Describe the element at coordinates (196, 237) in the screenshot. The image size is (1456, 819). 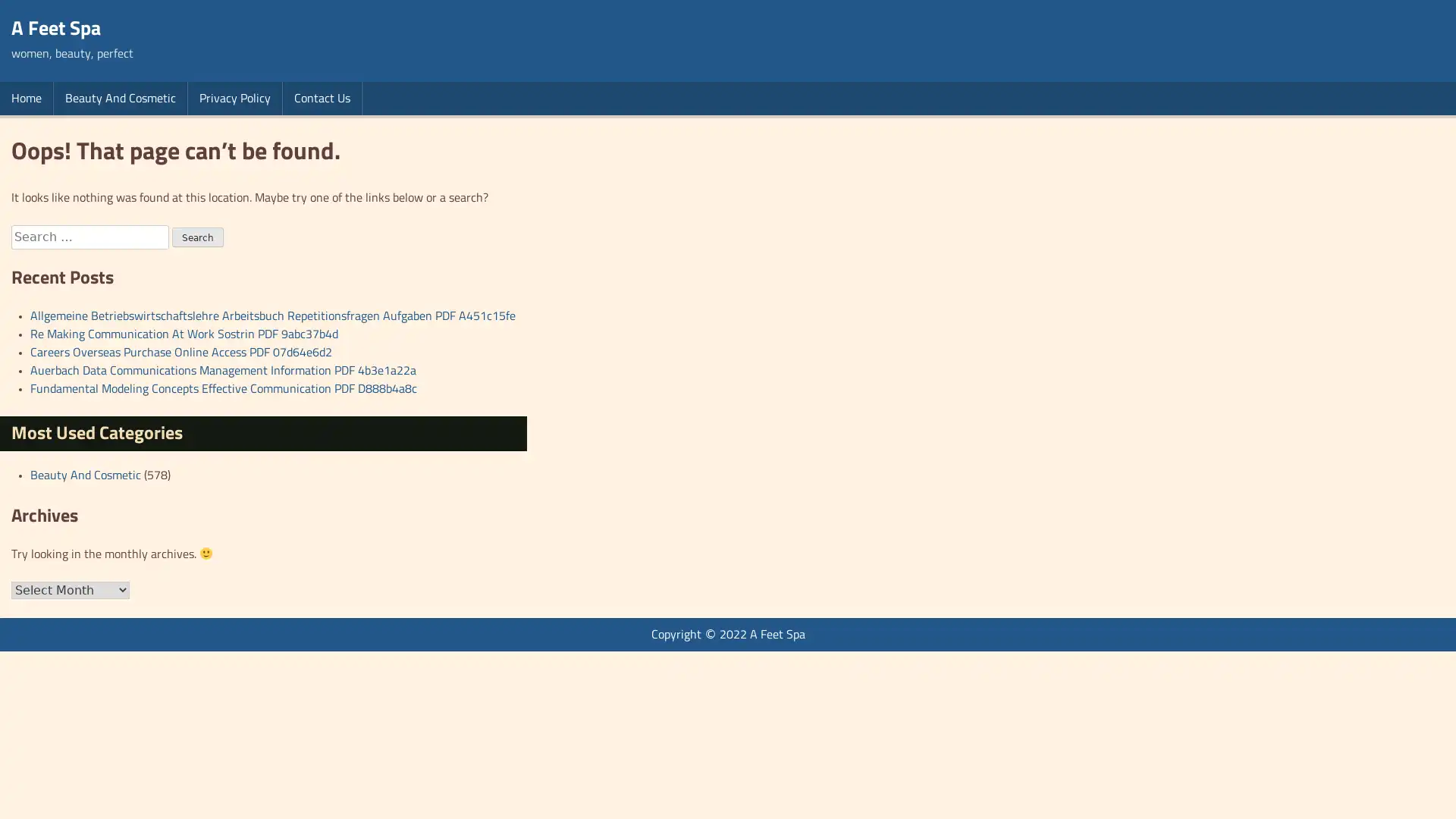
I see `Search` at that location.